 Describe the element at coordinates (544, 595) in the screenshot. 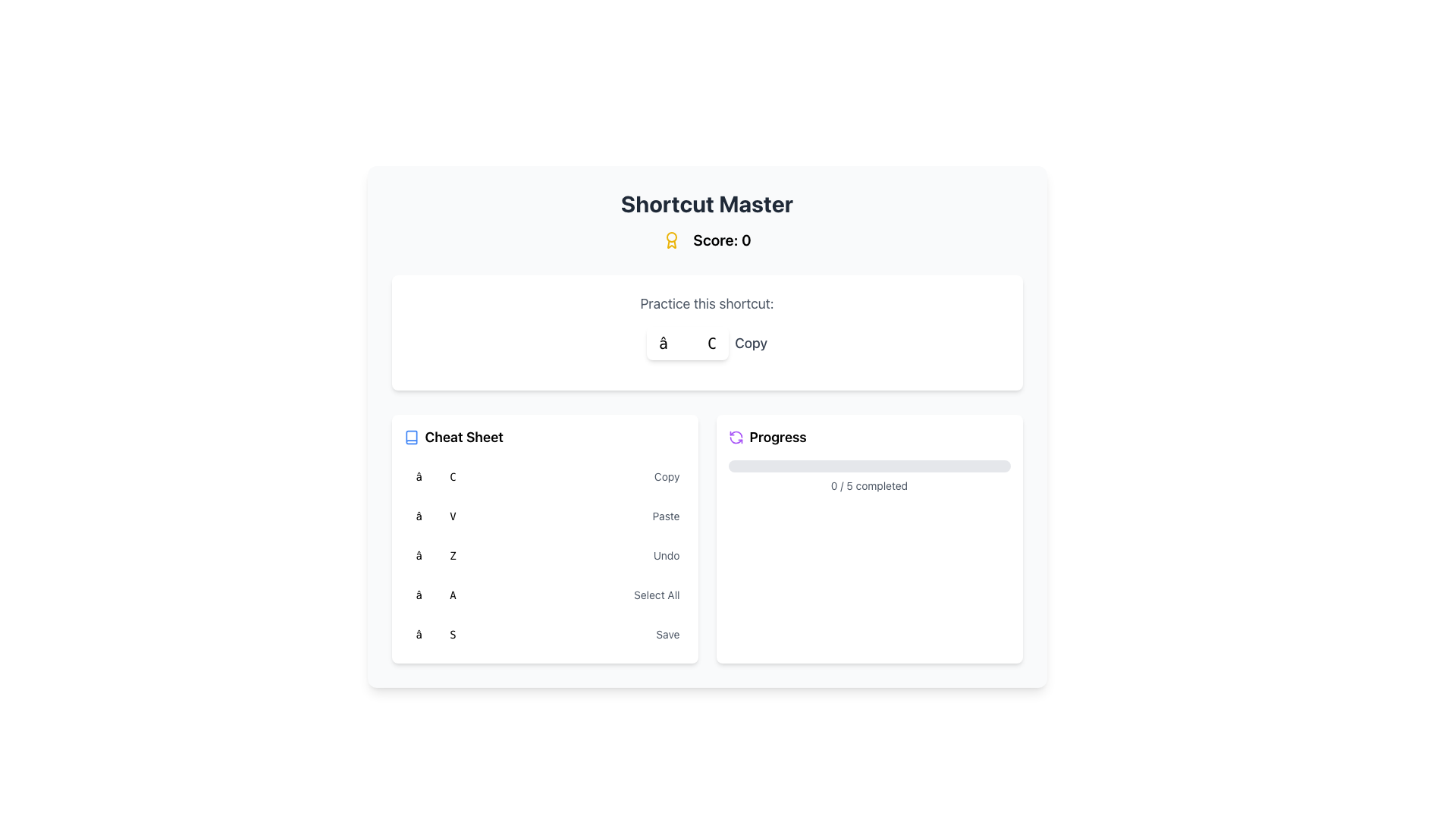

I see `the keyboard shortcut '⌘ A' and its description 'Select All', which is the fourth item in the vertical list under the 'Cheat Sheet' section` at that location.